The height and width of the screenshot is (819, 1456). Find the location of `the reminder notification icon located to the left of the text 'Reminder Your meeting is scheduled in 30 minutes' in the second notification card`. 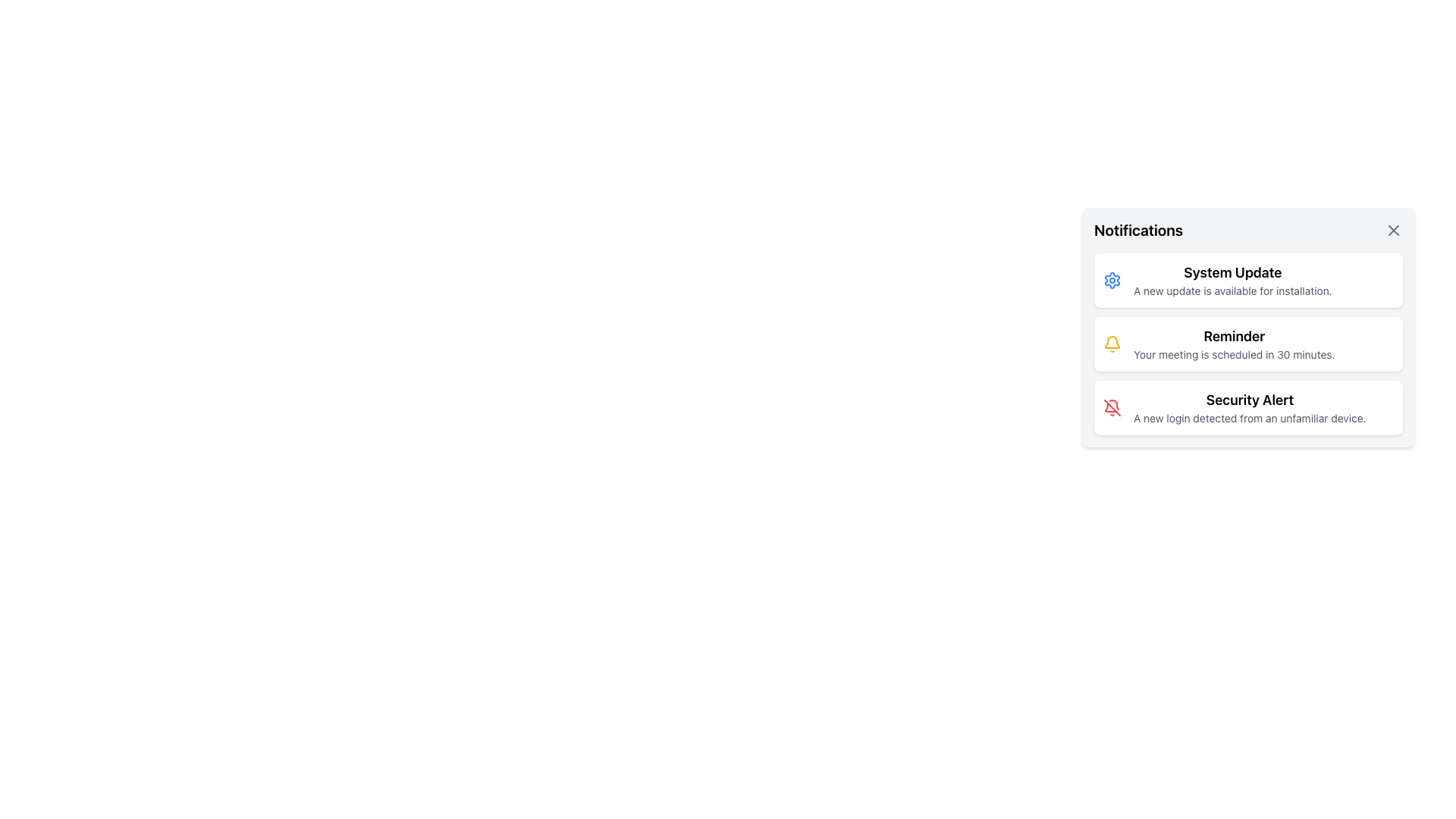

the reminder notification icon located to the left of the text 'Reminder Your meeting is scheduled in 30 minutes' in the second notification card is located at coordinates (1112, 344).